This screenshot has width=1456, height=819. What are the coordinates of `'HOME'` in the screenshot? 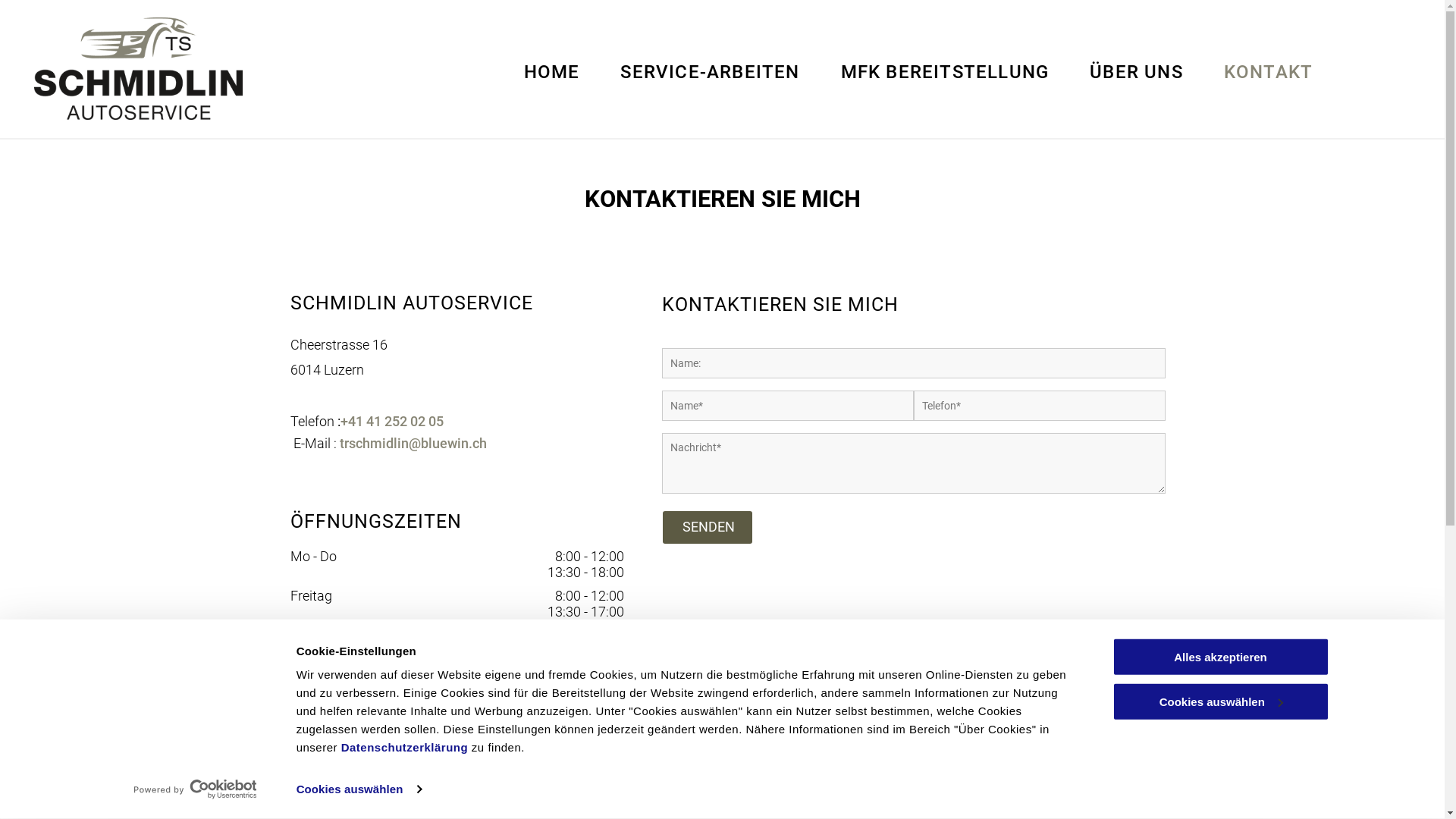 It's located at (551, 72).